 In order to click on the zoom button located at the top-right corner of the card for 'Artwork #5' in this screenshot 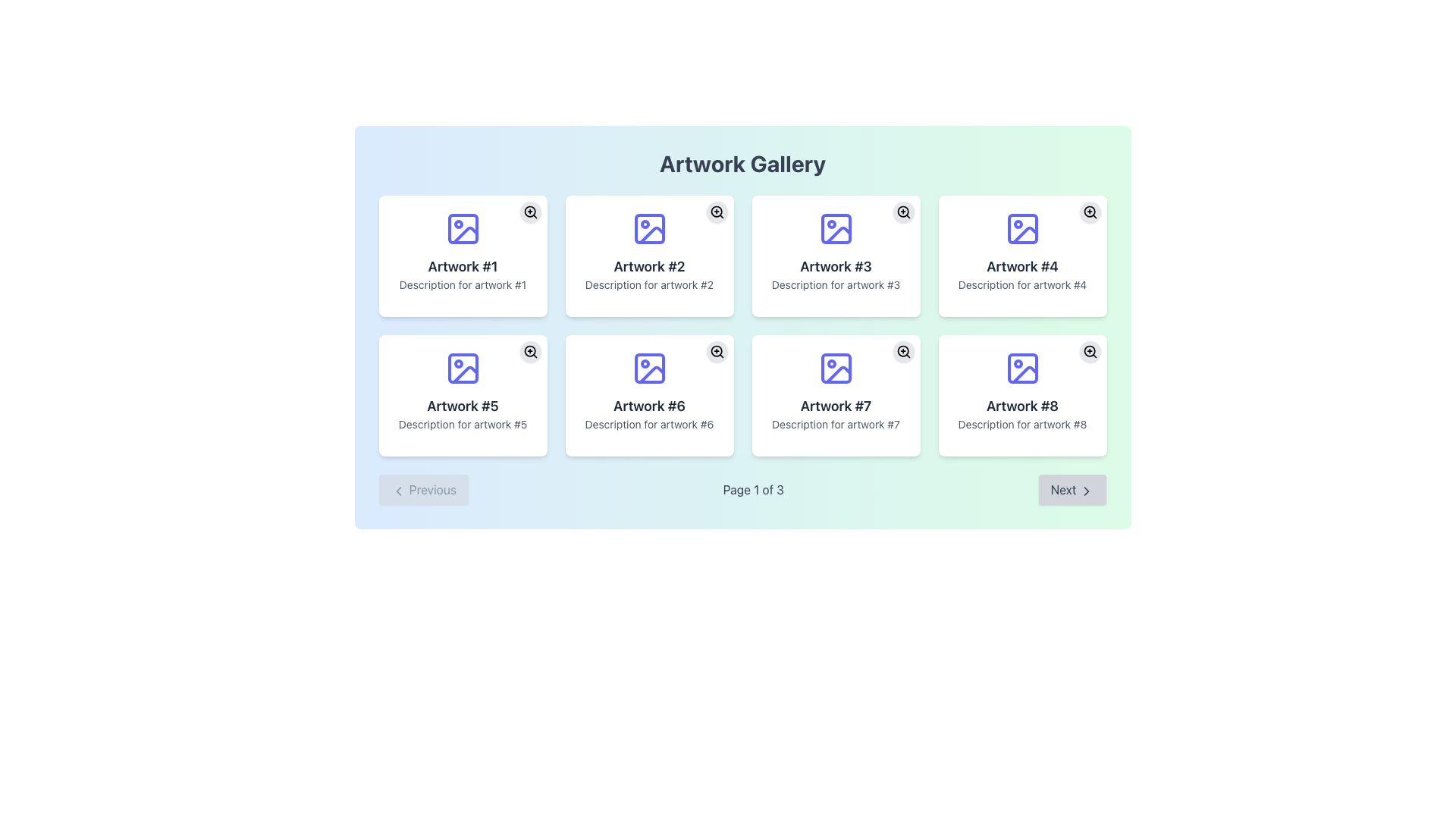, I will do `click(530, 351)`.